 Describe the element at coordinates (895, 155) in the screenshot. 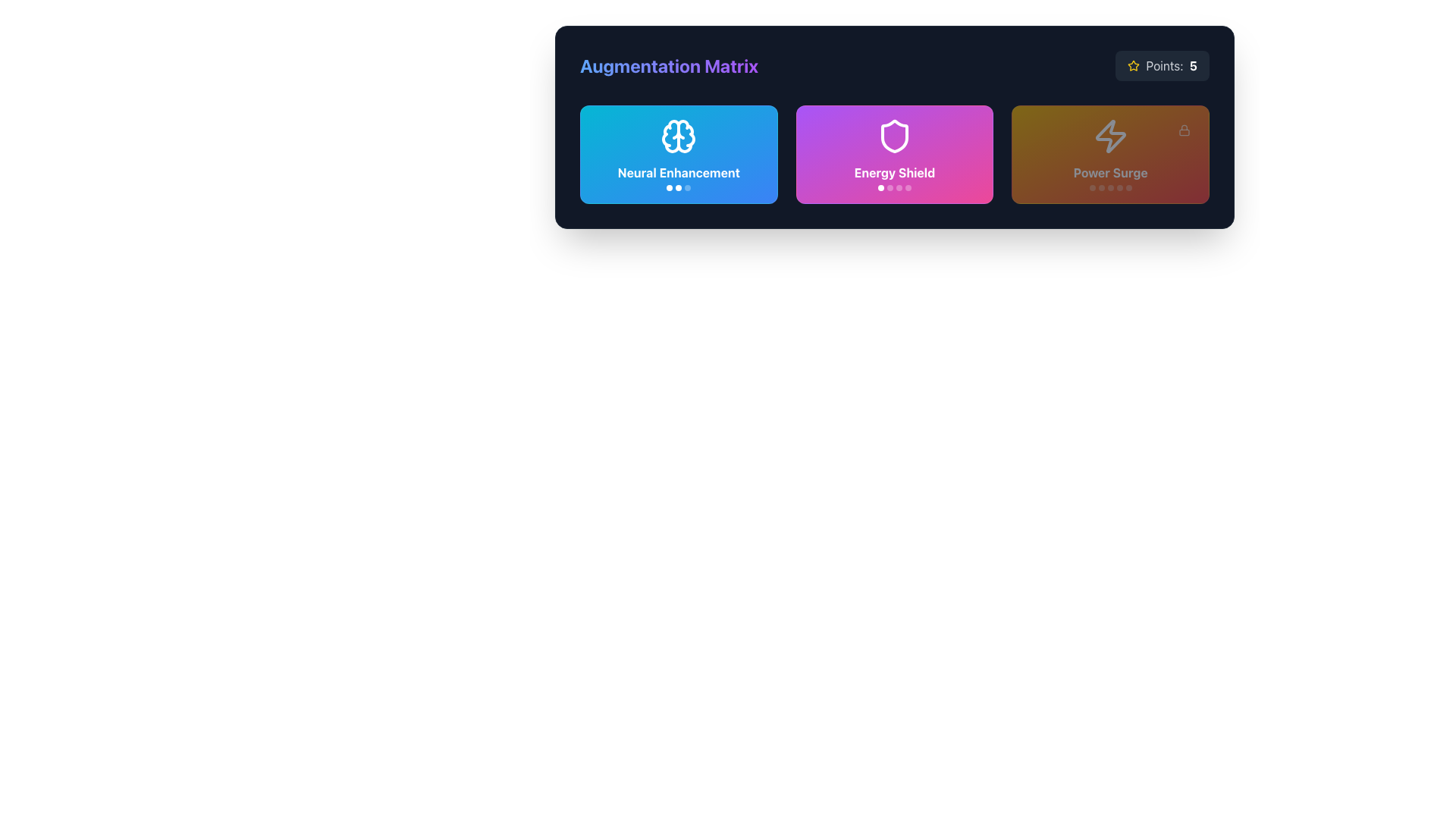

I see `'Energy Shield' label from the Card element displaying a white shield icon and bold text in a gradient background` at that location.